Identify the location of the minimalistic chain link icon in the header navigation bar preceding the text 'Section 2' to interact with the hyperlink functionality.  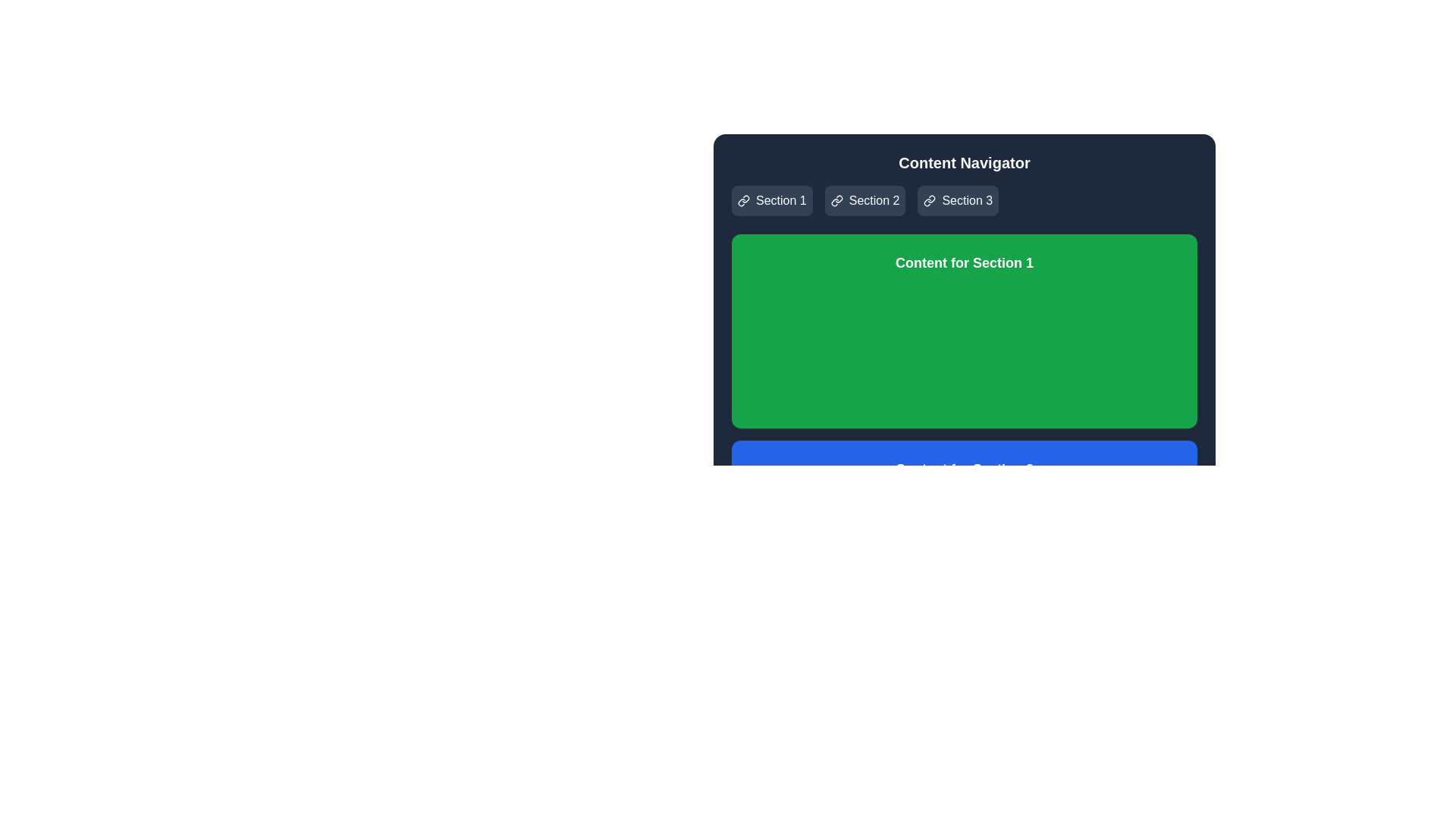
(836, 200).